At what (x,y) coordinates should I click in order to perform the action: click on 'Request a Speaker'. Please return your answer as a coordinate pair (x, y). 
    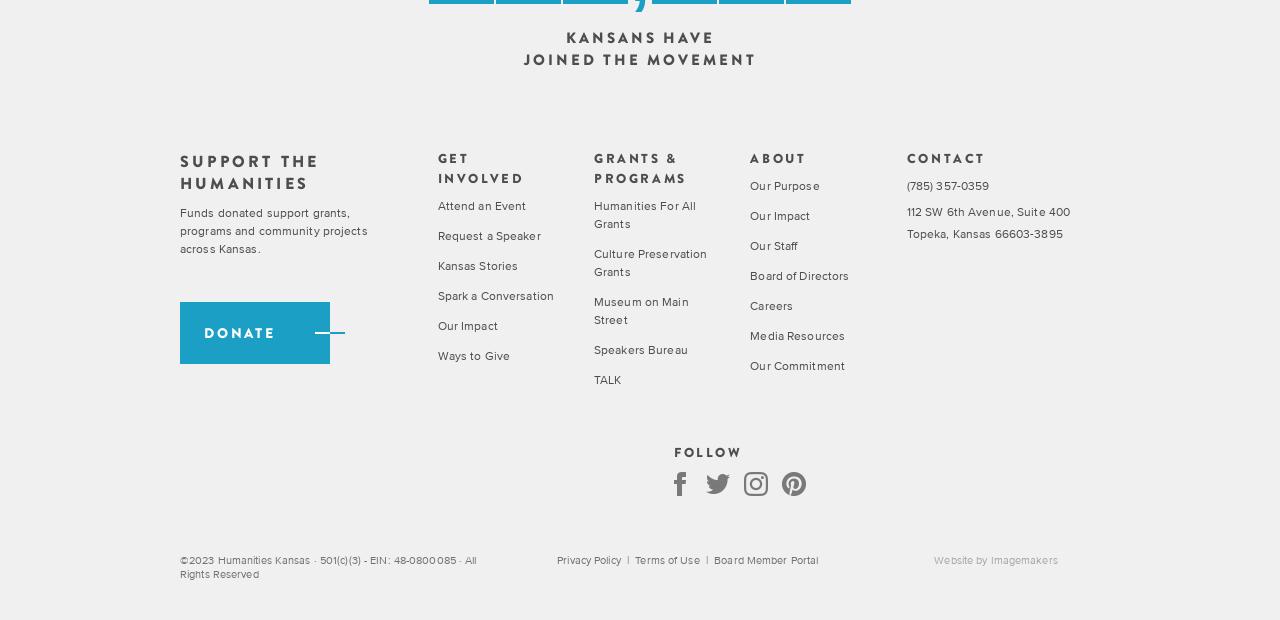
    Looking at the image, I should click on (488, 234).